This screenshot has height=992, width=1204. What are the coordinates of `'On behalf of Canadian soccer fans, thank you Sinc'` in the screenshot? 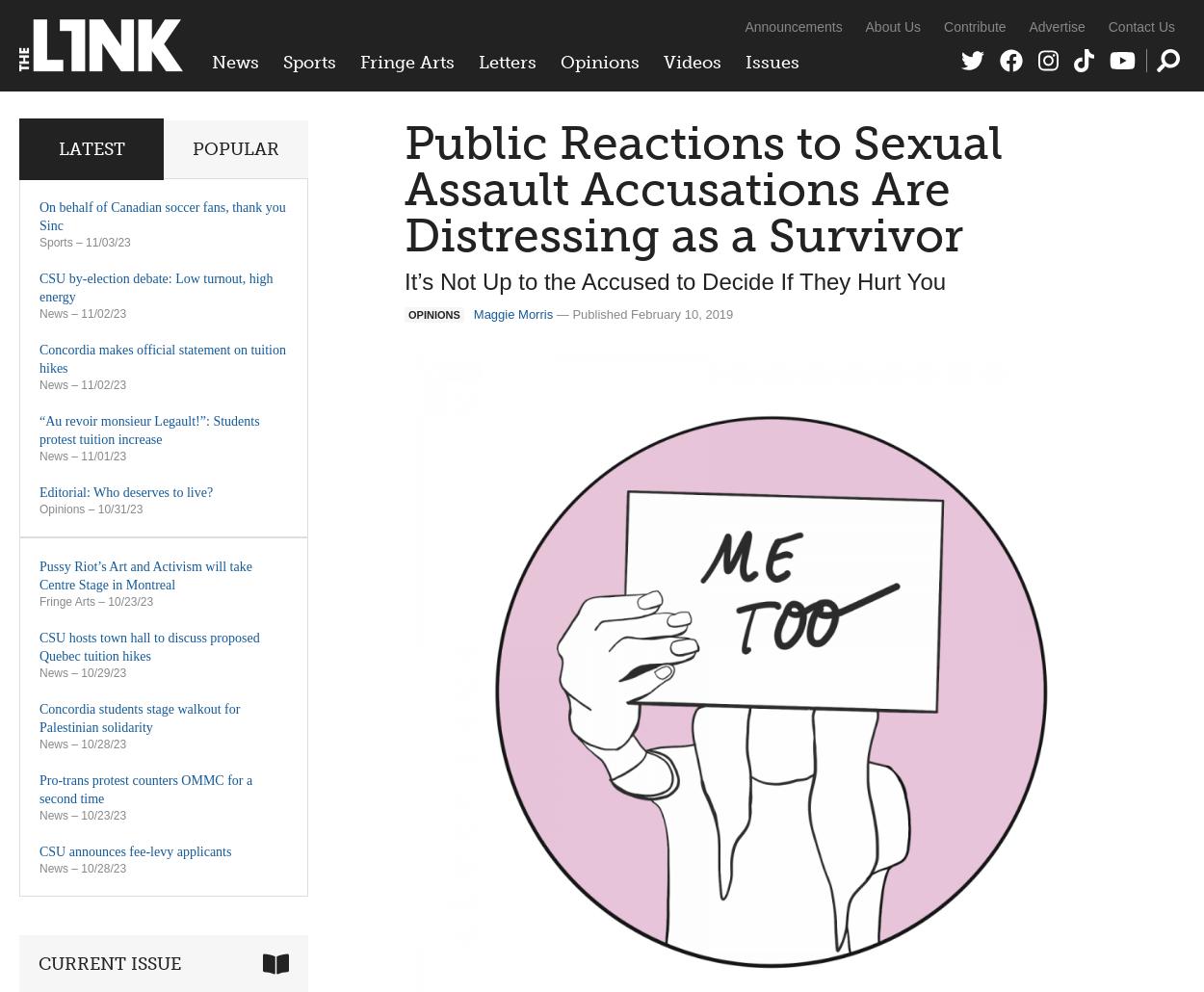 It's located at (162, 216).